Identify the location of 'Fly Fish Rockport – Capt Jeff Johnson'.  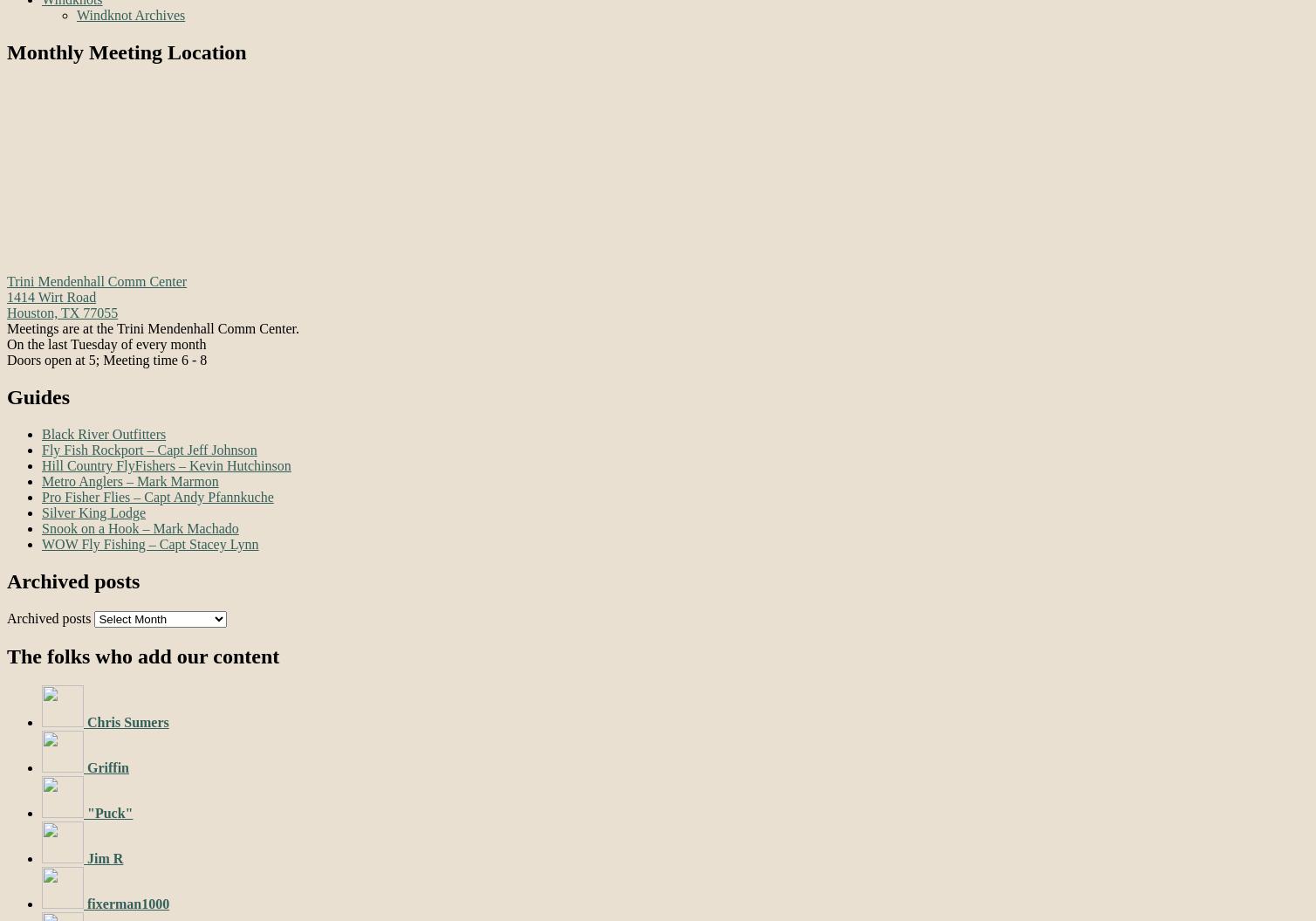
(149, 449).